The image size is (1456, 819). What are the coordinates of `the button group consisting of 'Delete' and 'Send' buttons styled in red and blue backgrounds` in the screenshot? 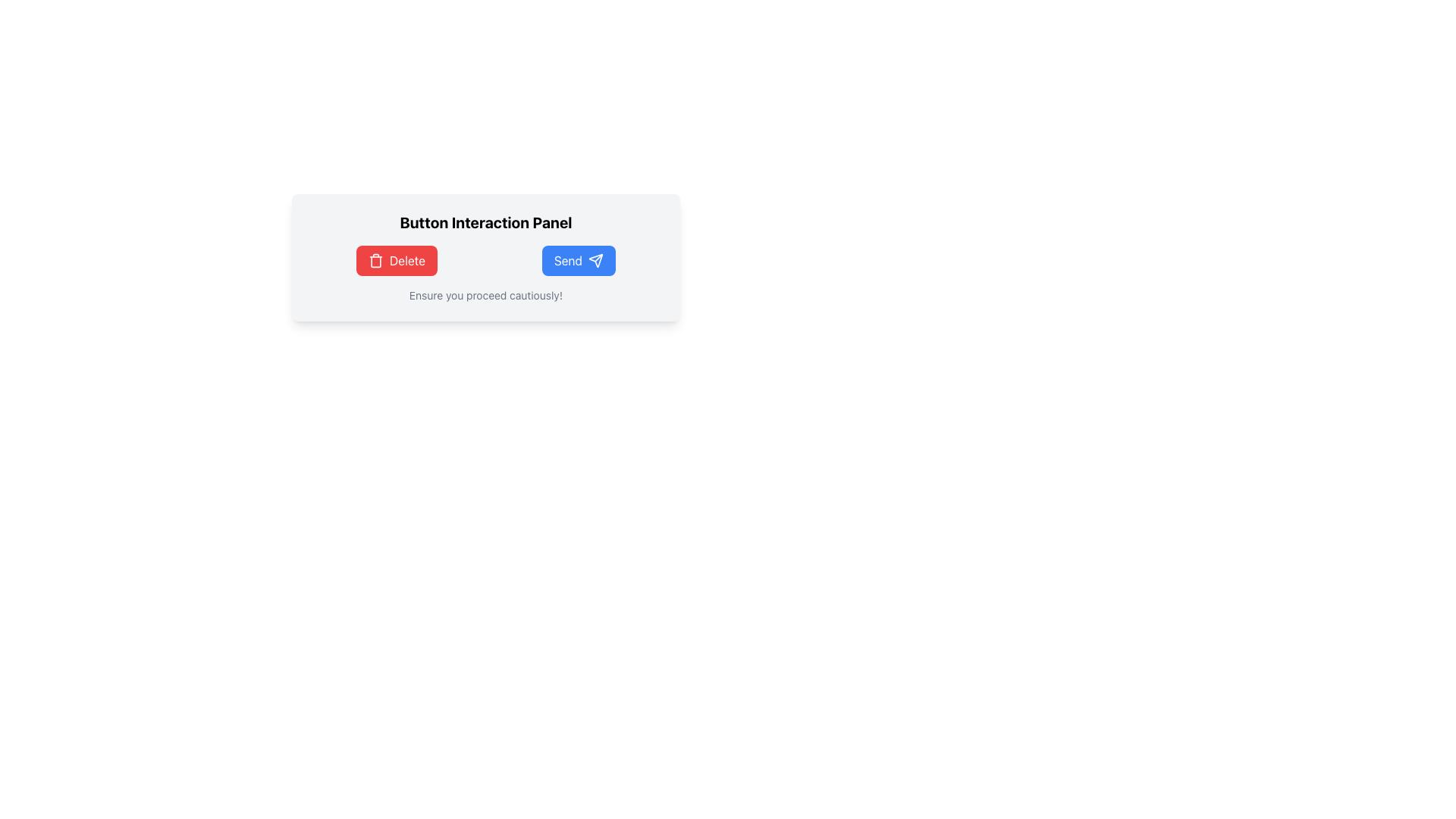 It's located at (486, 259).